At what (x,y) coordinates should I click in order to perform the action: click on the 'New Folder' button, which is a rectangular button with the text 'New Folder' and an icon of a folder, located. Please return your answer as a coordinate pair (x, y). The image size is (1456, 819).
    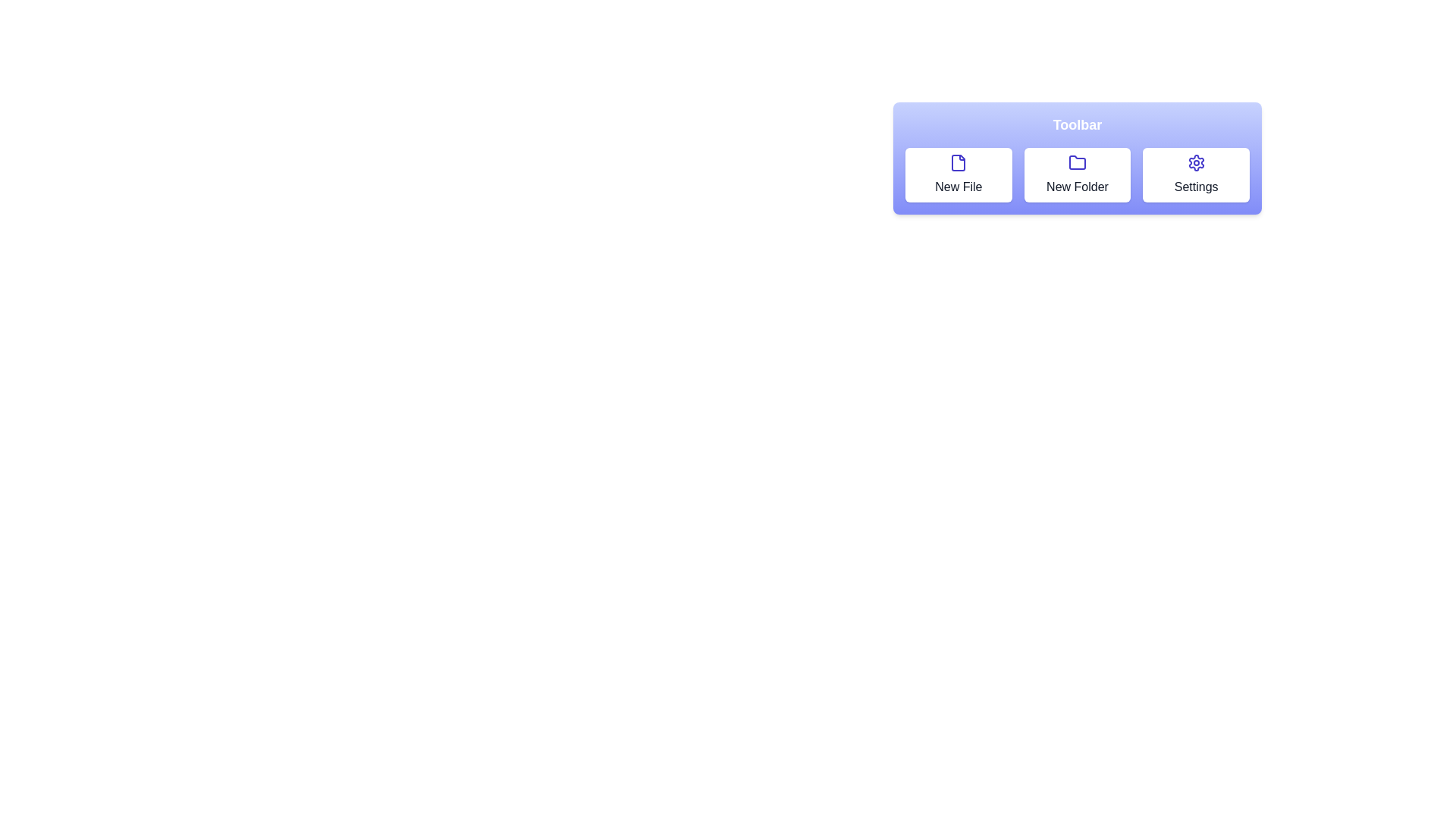
    Looking at the image, I should click on (1076, 174).